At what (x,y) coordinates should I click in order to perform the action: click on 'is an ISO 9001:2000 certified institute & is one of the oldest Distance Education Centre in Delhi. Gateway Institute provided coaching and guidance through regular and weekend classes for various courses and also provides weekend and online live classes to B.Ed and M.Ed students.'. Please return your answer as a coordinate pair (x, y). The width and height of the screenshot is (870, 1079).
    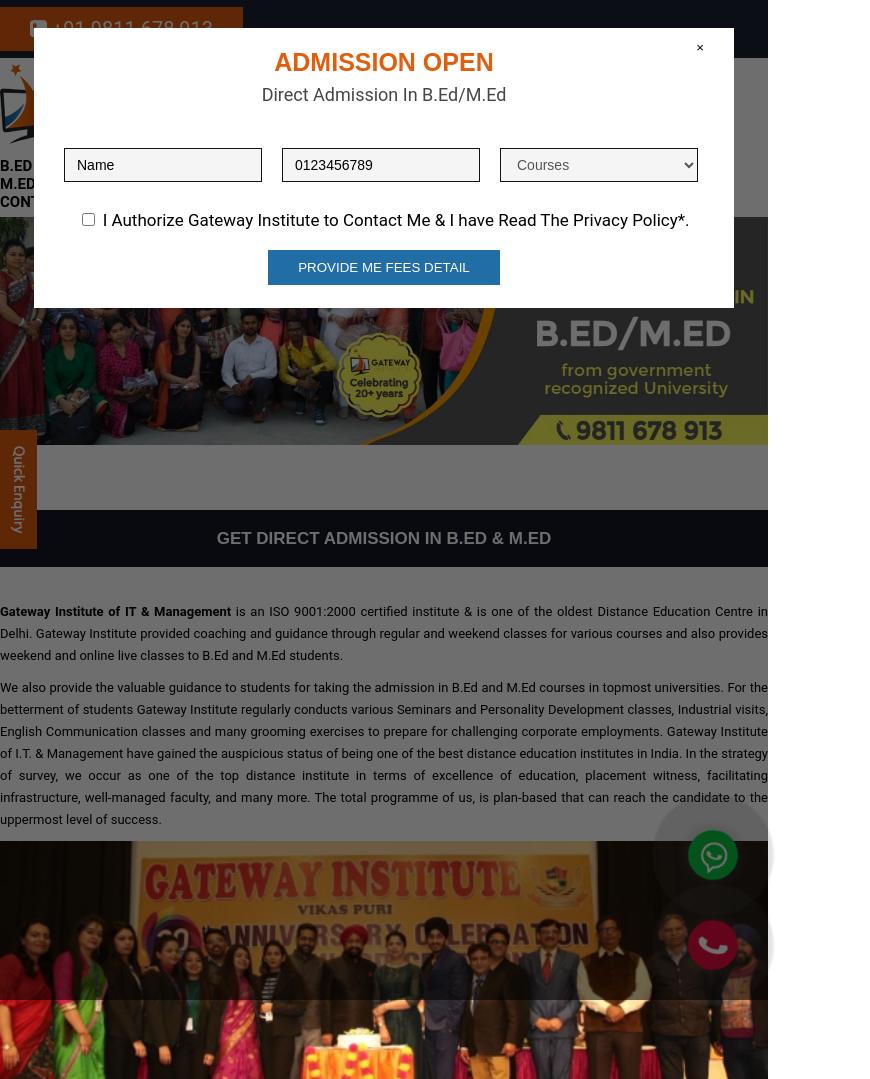
    Looking at the image, I should click on (384, 632).